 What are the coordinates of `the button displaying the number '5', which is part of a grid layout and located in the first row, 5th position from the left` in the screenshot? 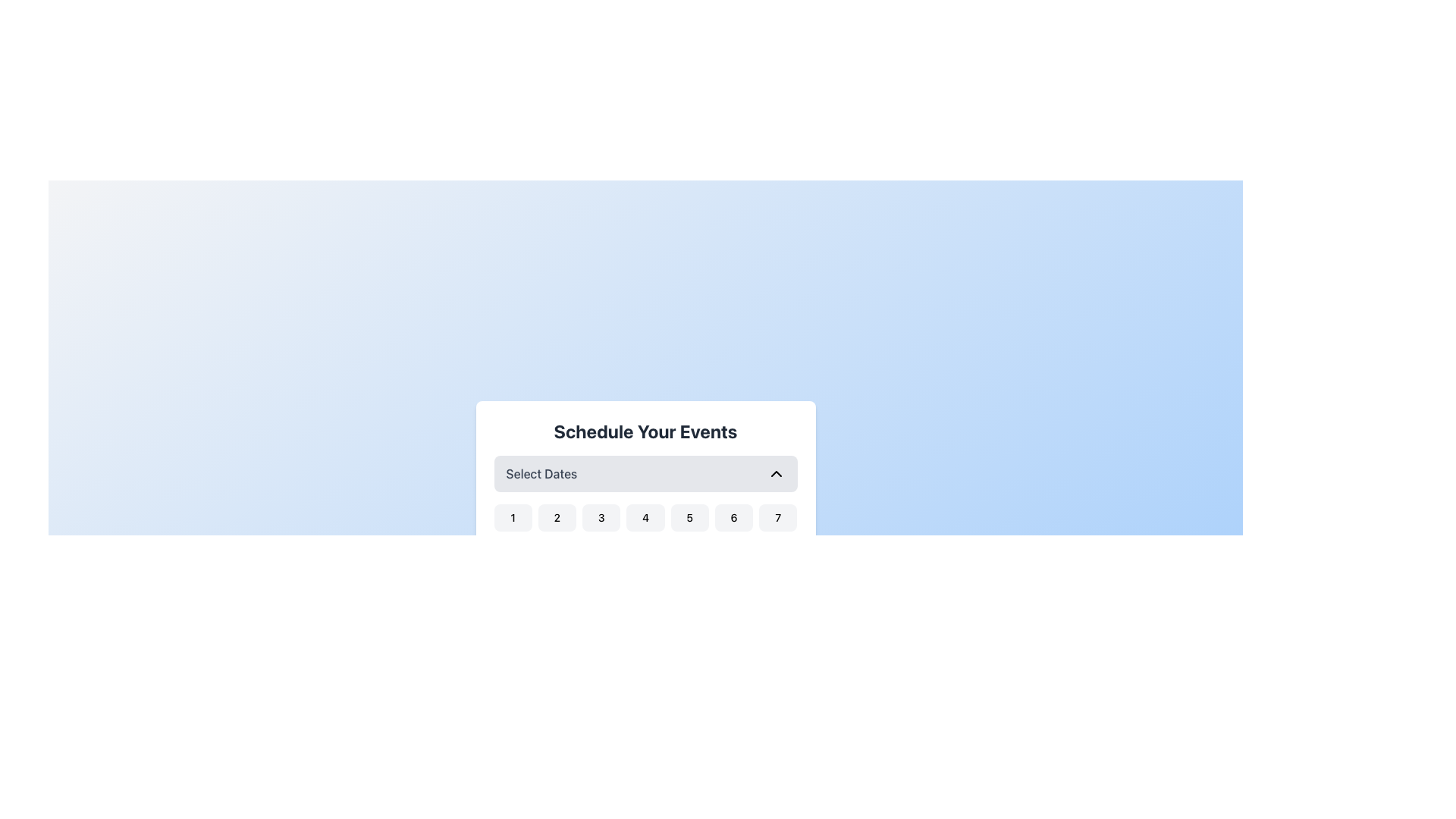 It's located at (689, 517).